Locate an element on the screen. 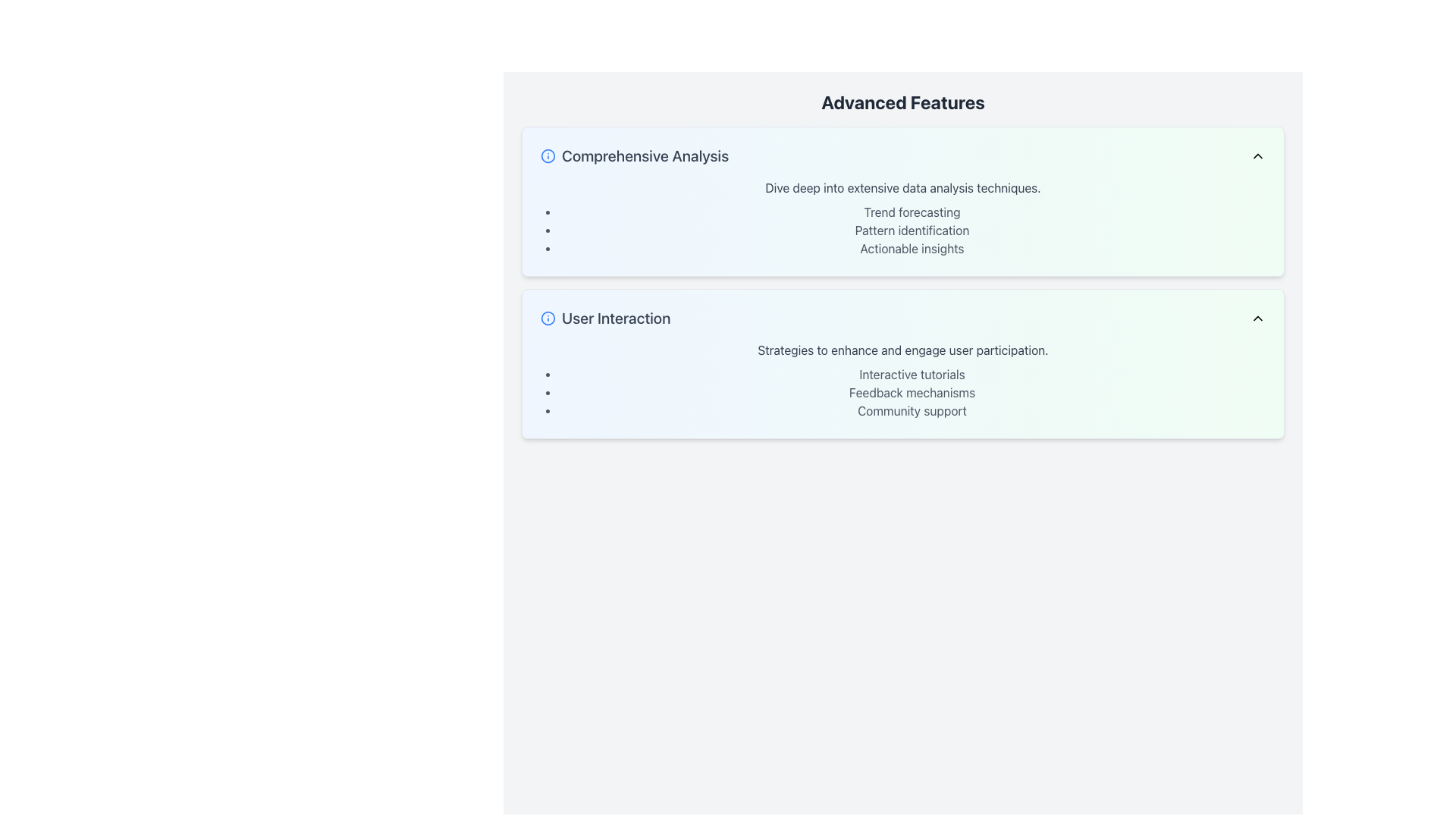  the 'Community support' text item, which is the last item in the vertical bulleted list under the 'User Interaction' section is located at coordinates (912, 411).